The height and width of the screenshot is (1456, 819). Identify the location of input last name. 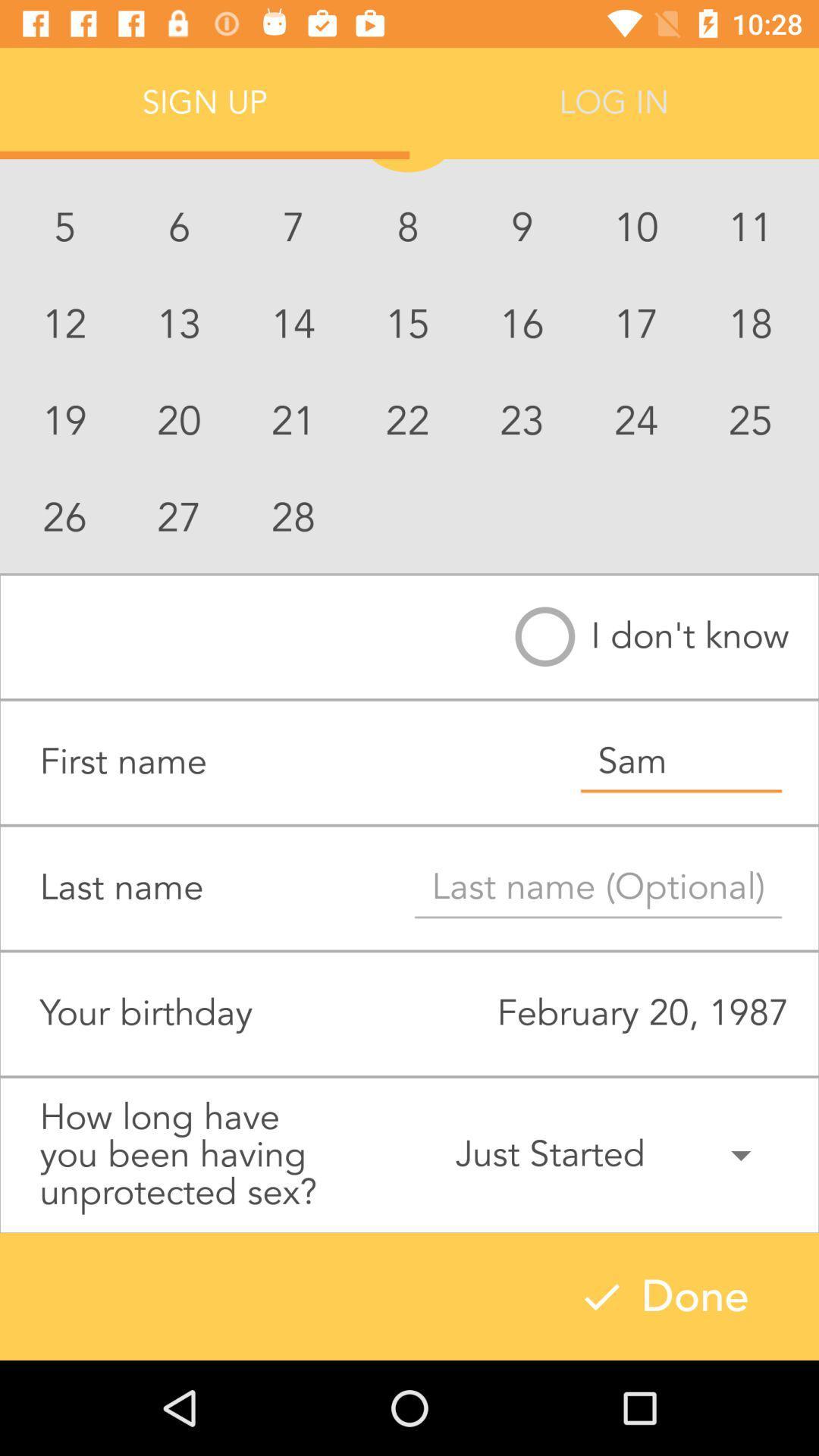
(598, 888).